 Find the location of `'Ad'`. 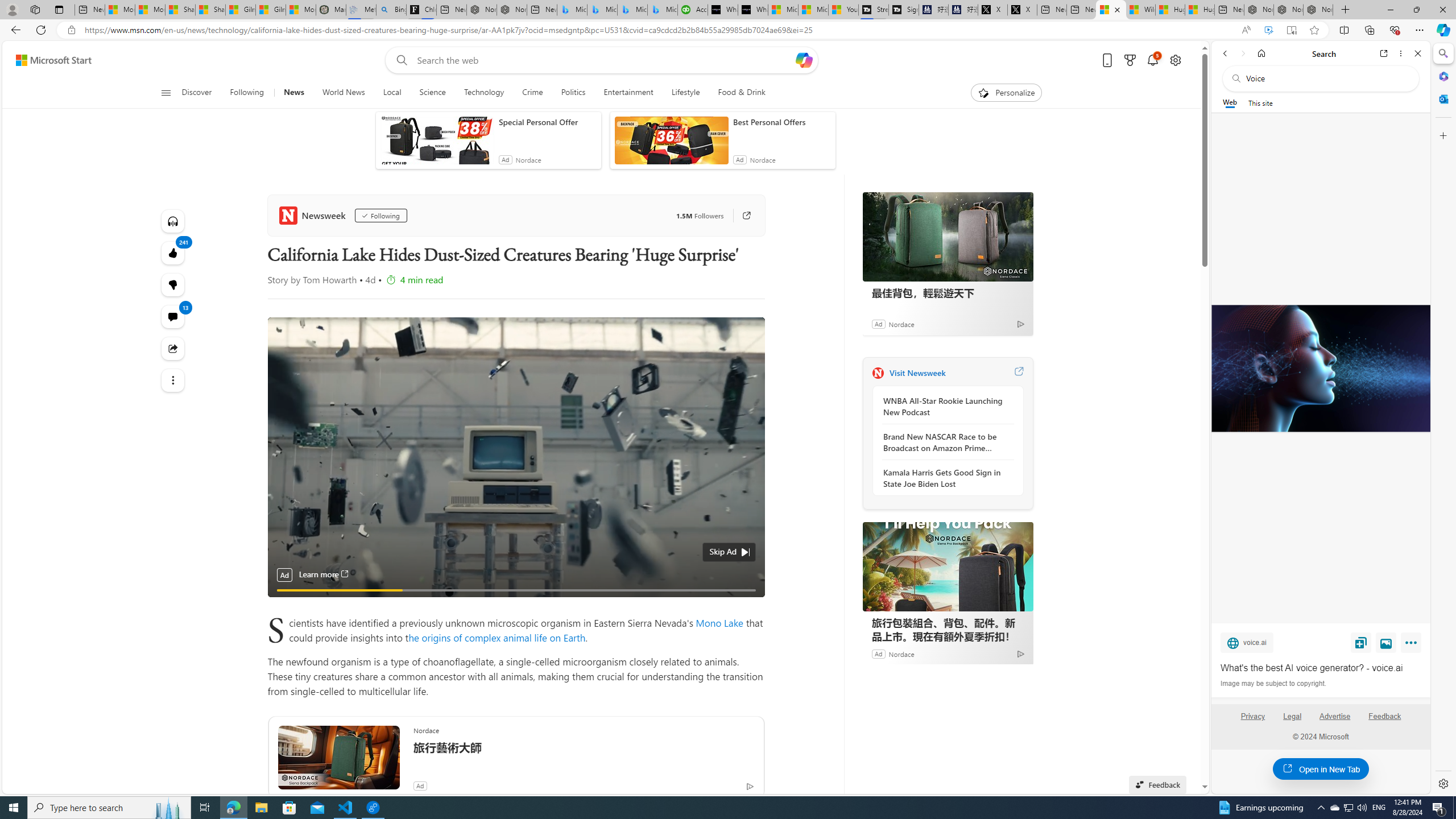

'Ad' is located at coordinates (877, 653).